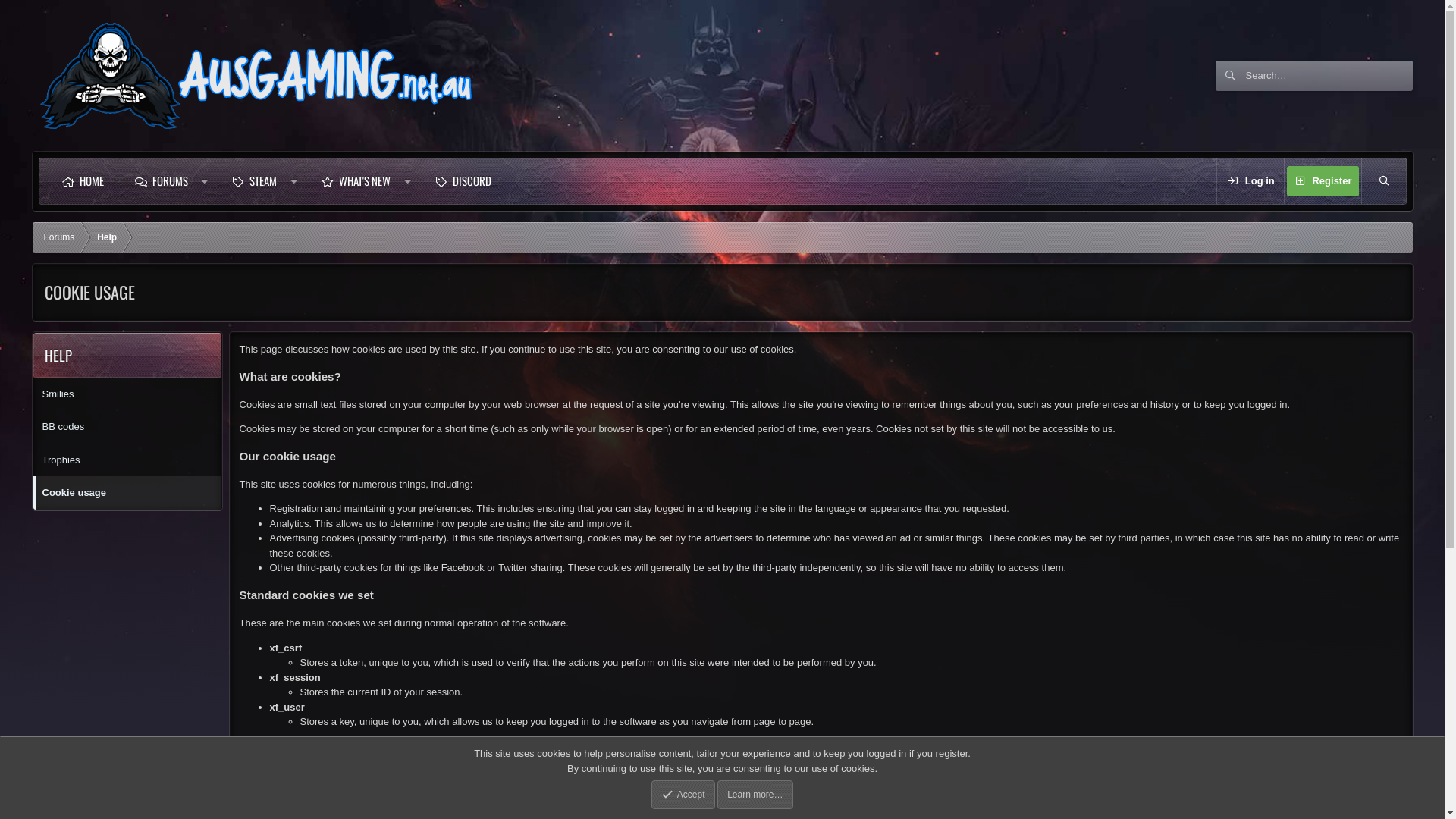  Describe the element at coordinates (81, 180) in the screenshot. I see `'HOME'` at that location.